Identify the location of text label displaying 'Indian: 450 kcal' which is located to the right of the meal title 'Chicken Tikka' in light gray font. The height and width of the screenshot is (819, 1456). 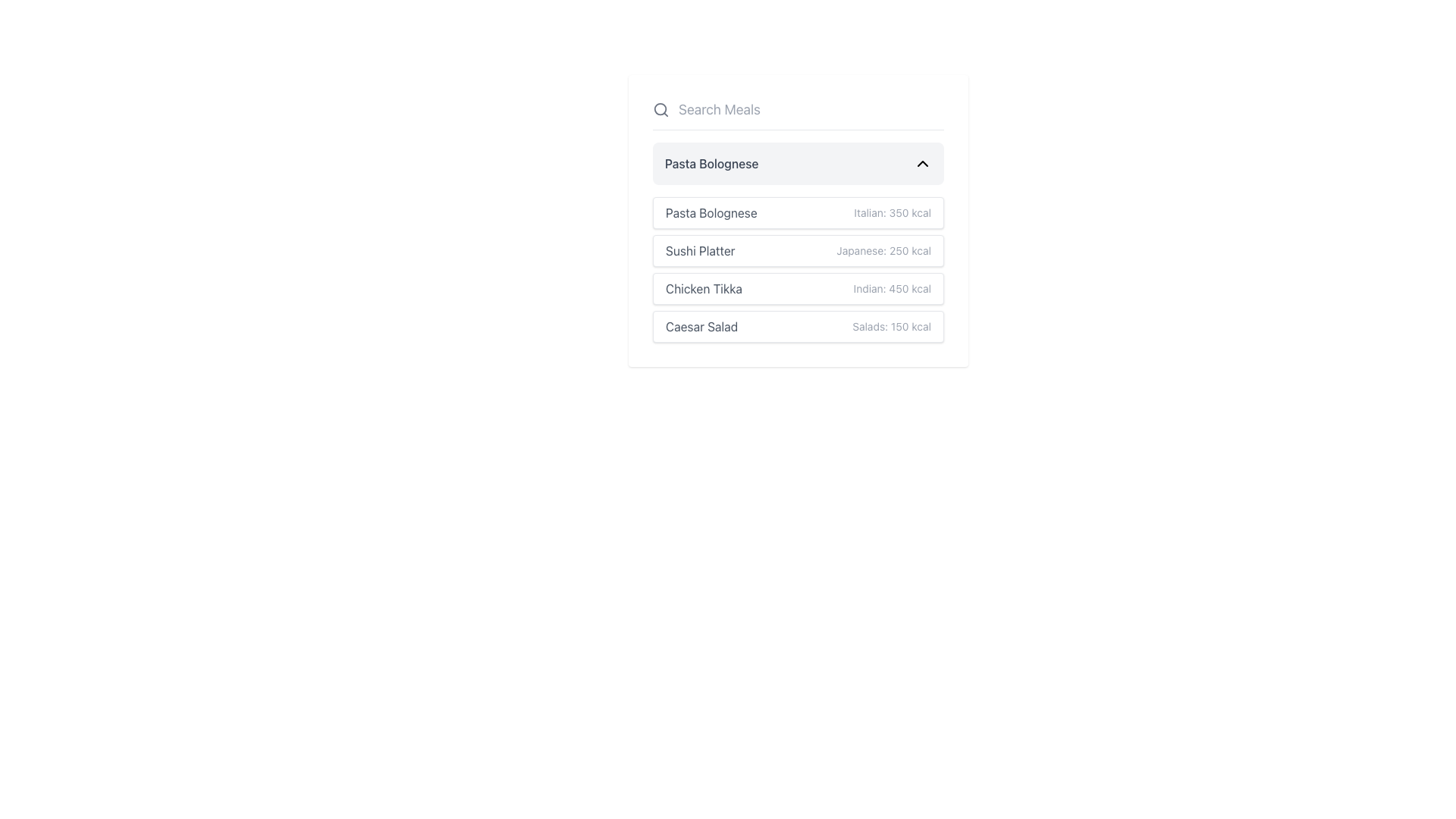
(892, 289).